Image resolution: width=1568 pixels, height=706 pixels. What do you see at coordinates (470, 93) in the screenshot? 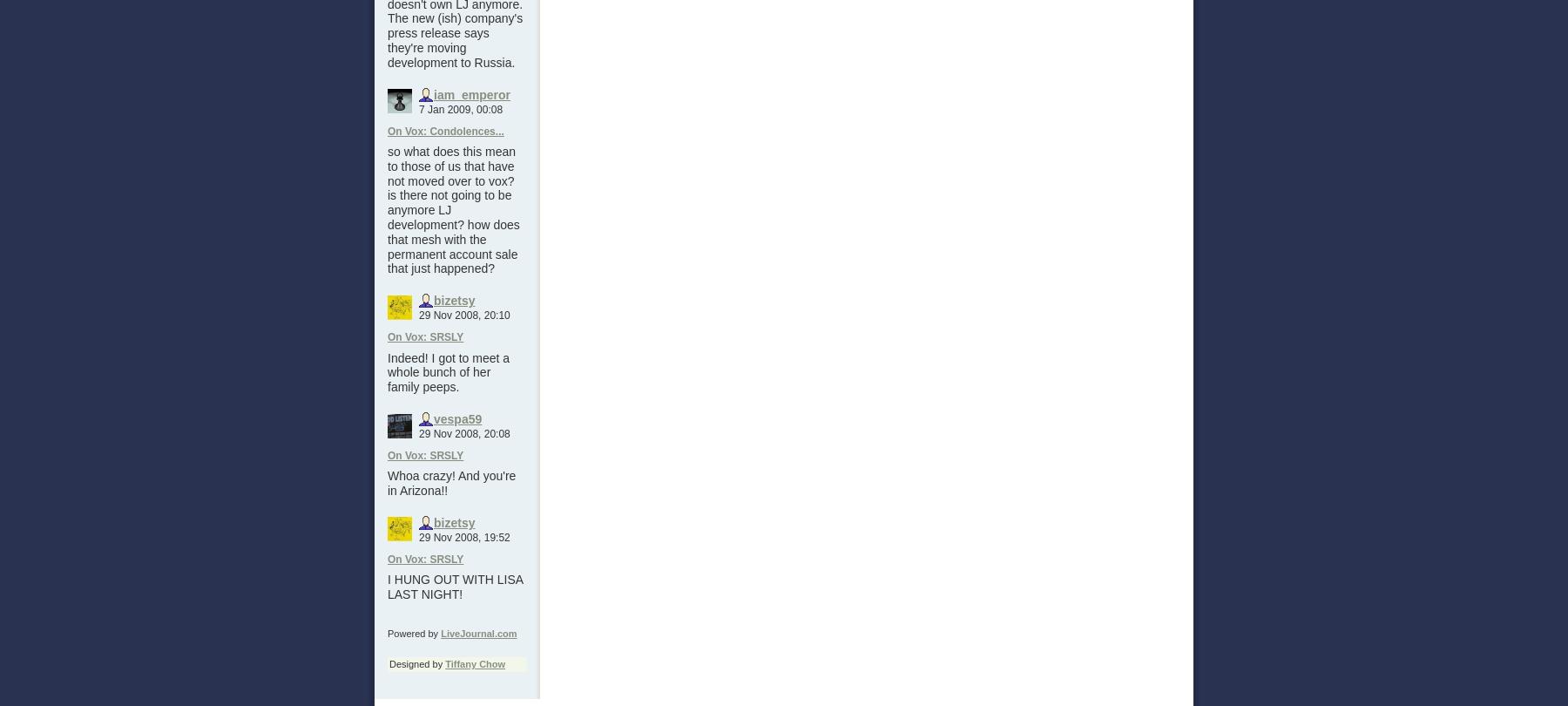
I see `'iam_emperor'` at bounding box center [470, 93].